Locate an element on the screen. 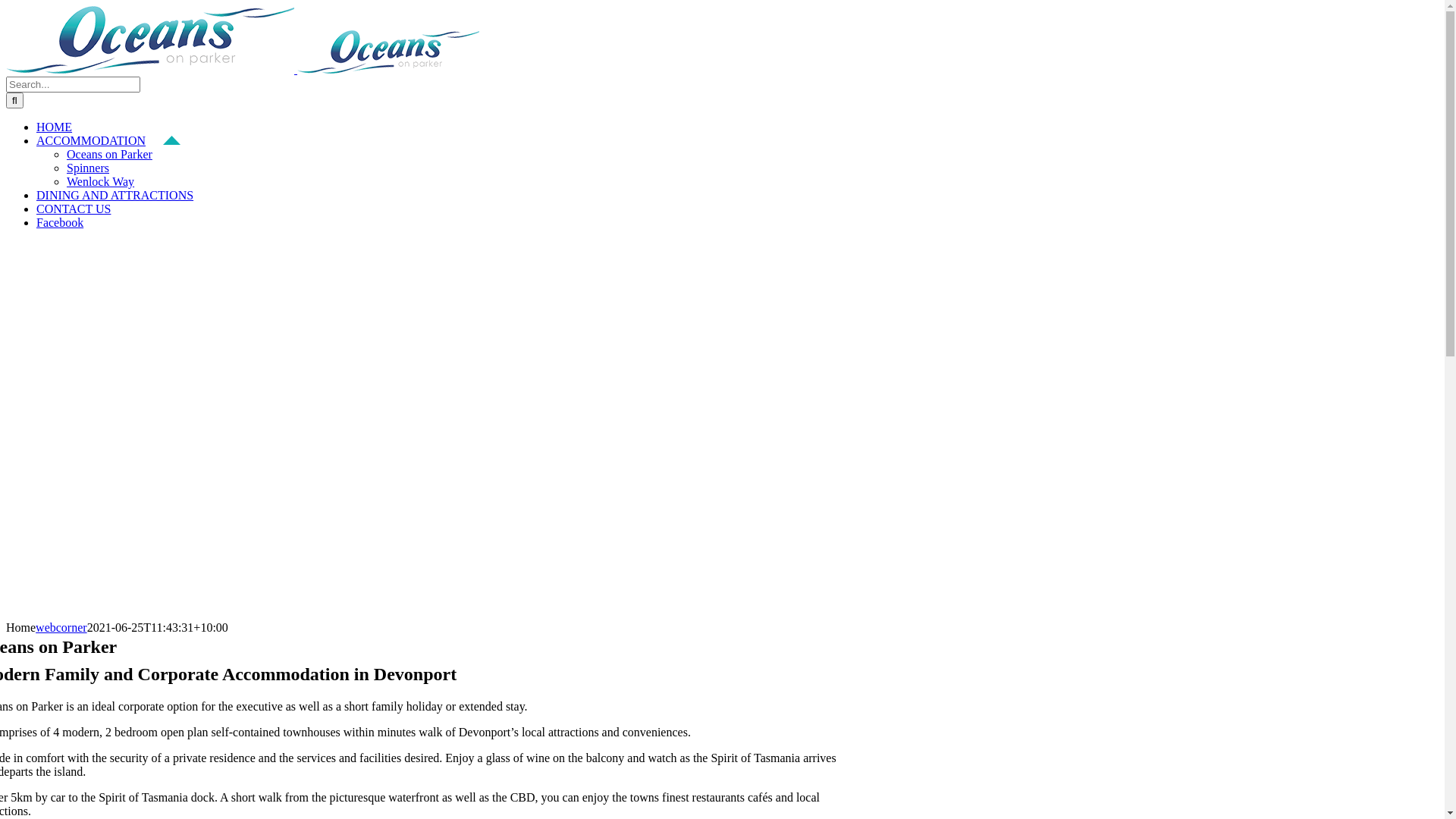  'ACCOMMODATION' is located at coordinates (108, 140).